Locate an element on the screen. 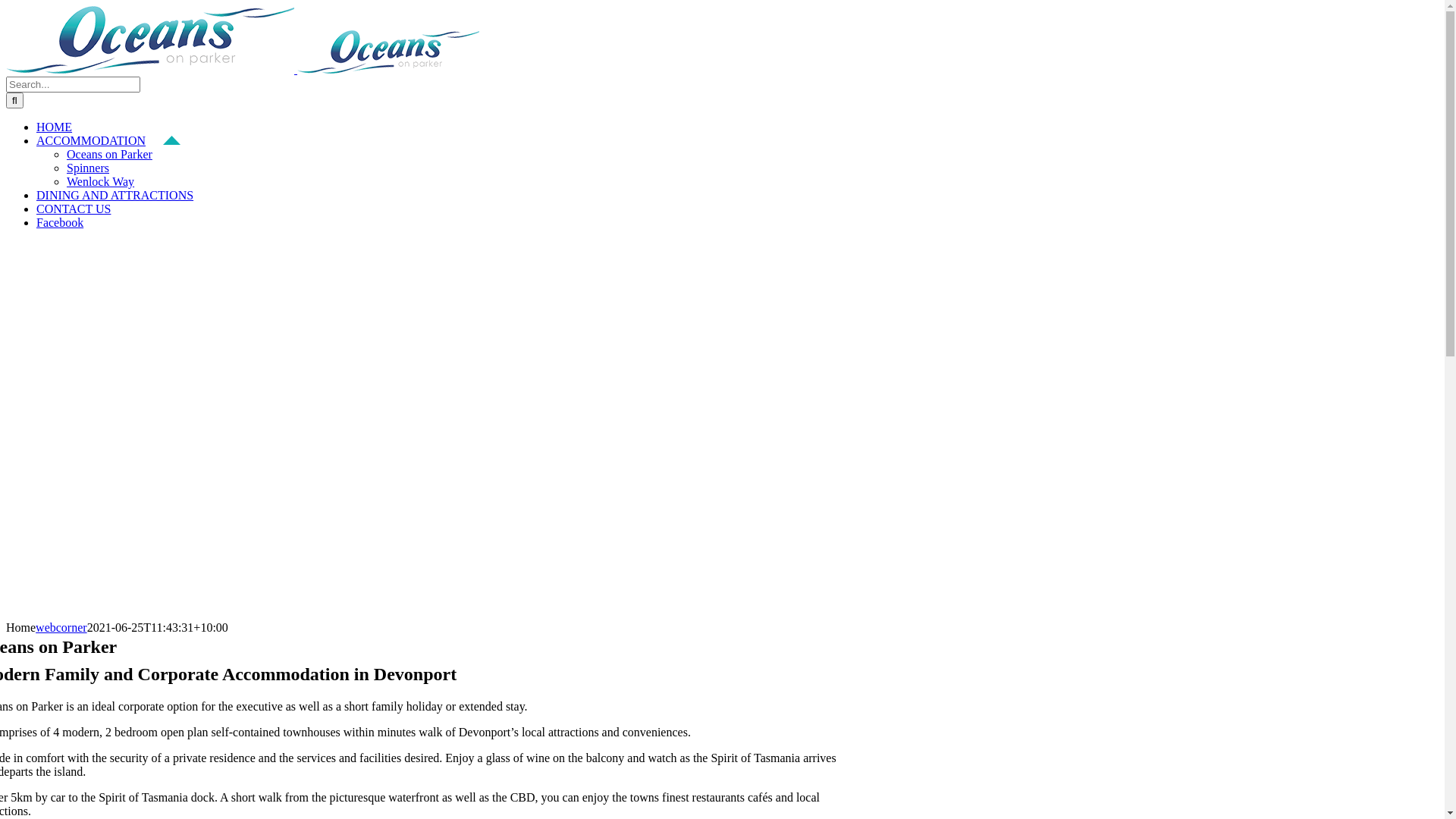  'ACCOMMODATION' is located at coordinates (108, 140).